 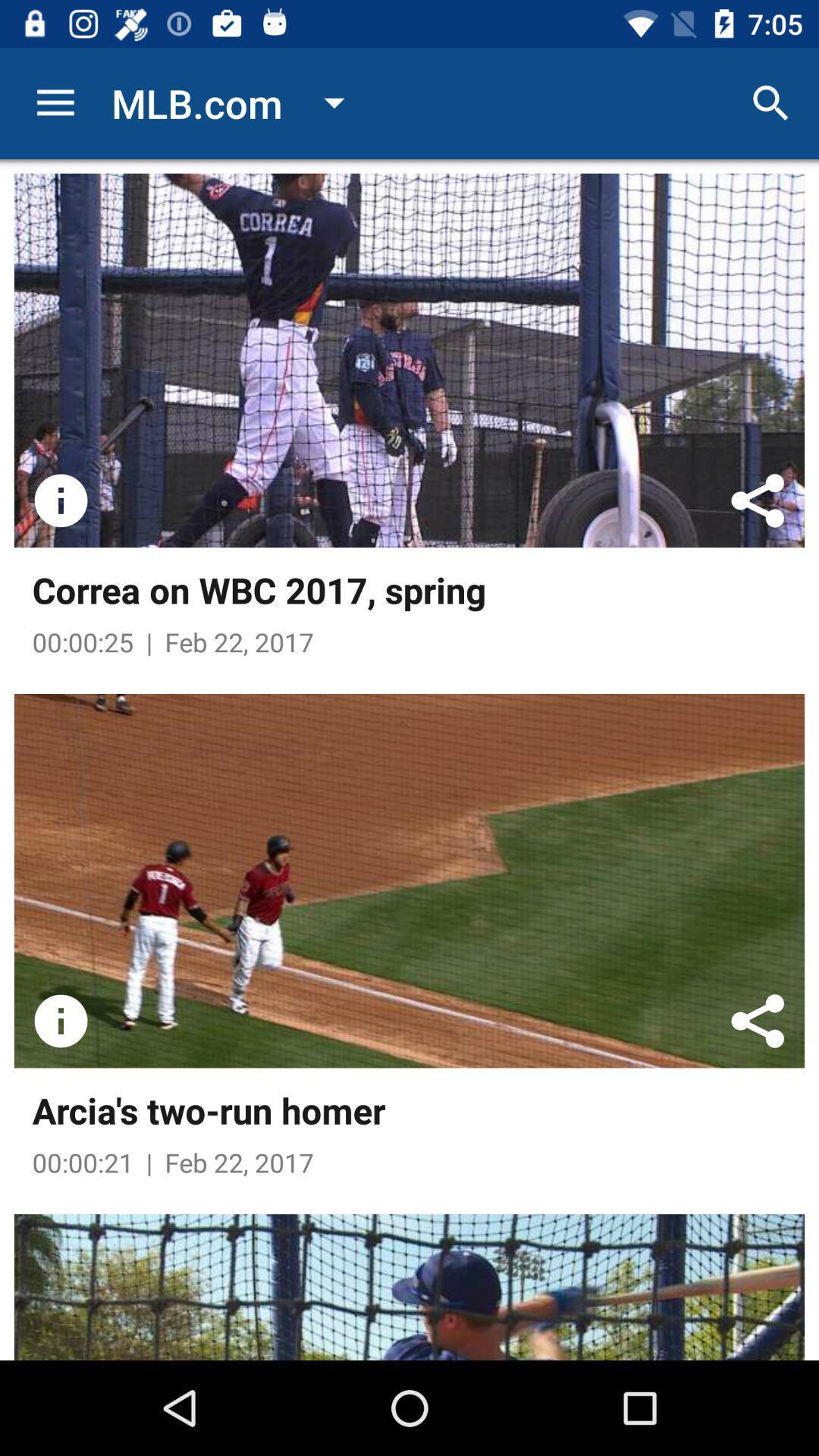 I want to click on share the video, so click(x=758, y=500).